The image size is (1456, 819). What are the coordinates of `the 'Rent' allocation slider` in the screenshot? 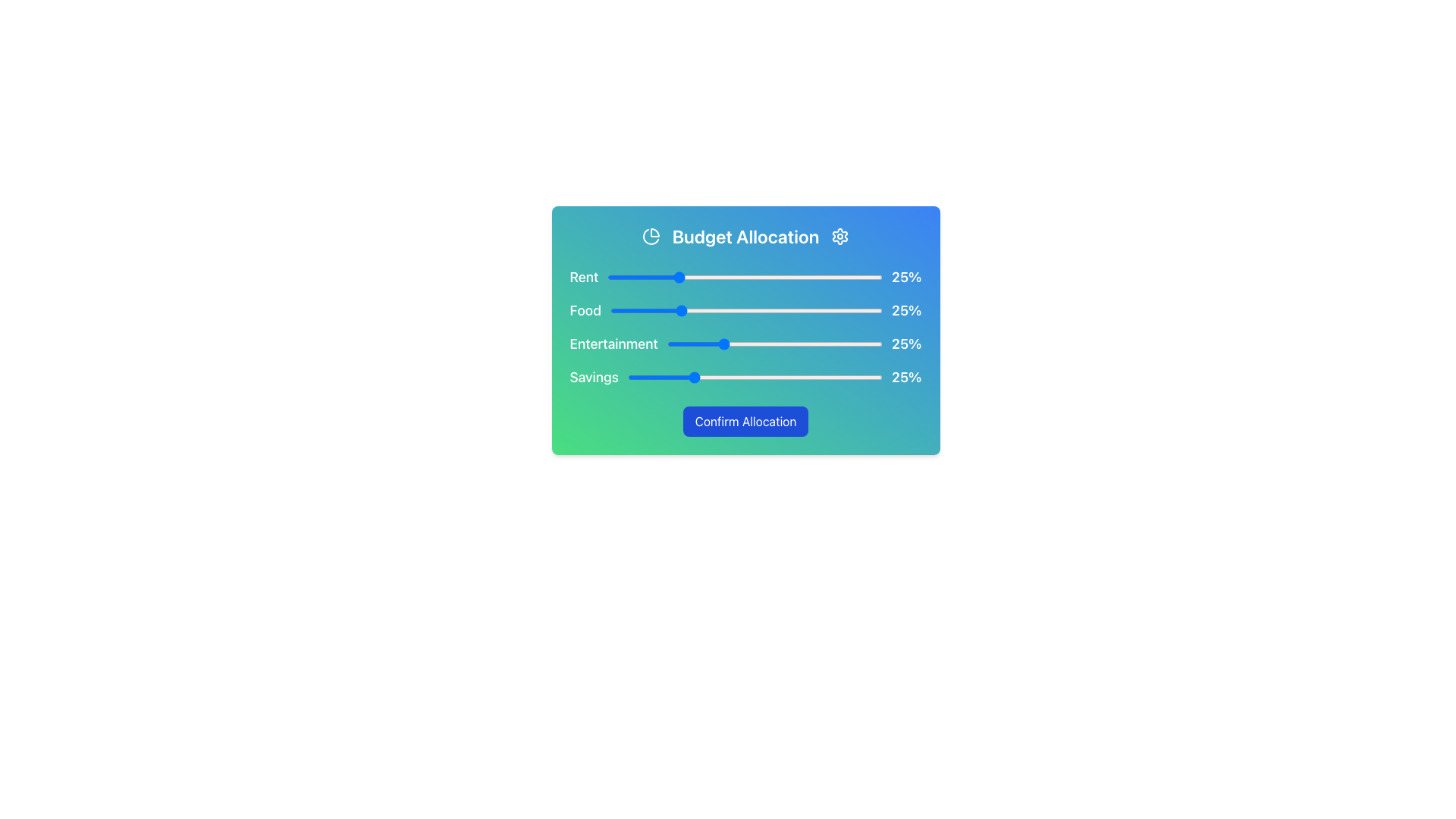 It's located at (705, 278).